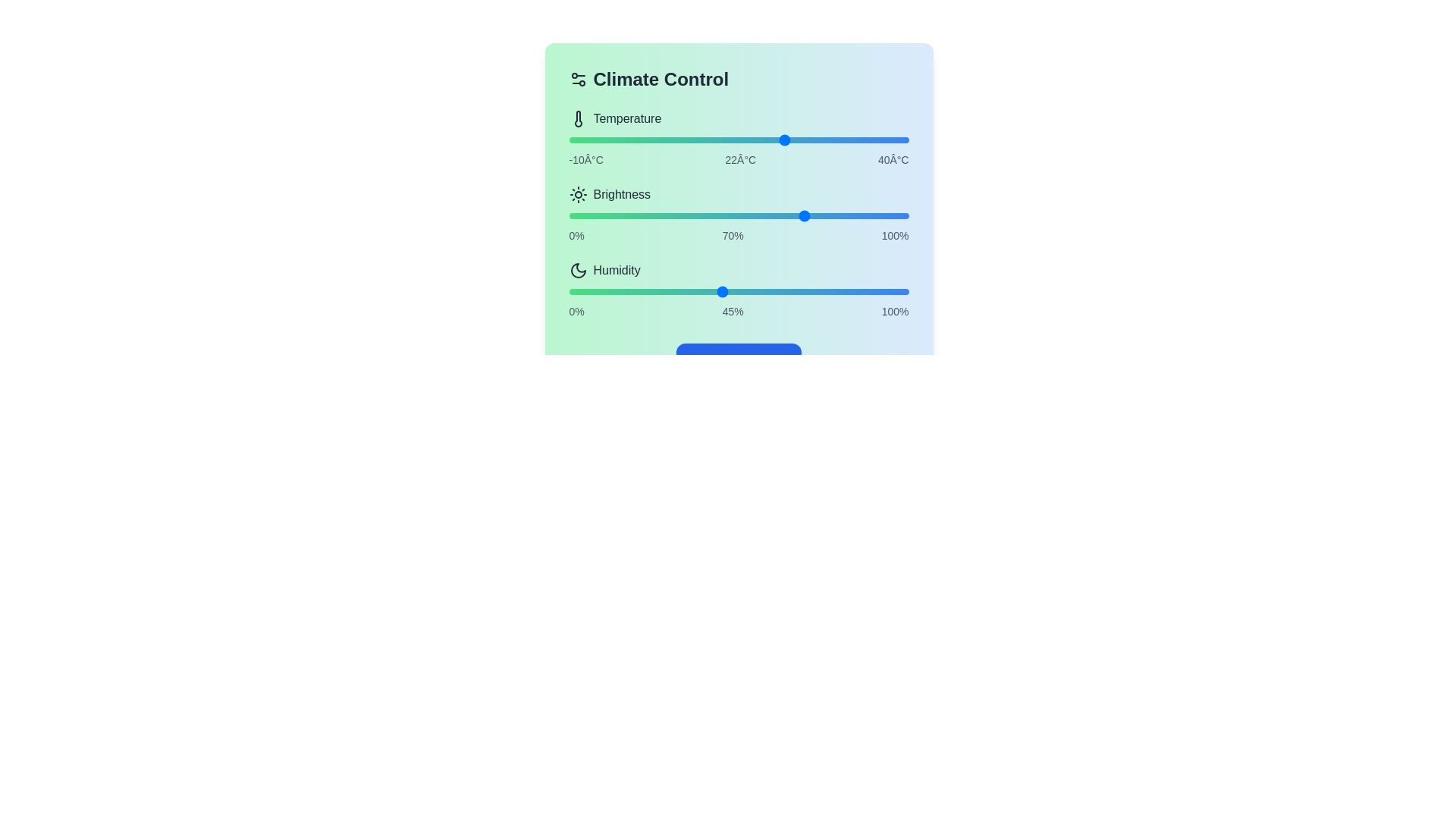 This screenshot has height=819, width=1456. Describe the element at coordinates (577, 118) in the screenshot. I see `the small red thermometer icon located to the left of the 'Temperature' label in the 'Climate Control' interface` at that location.